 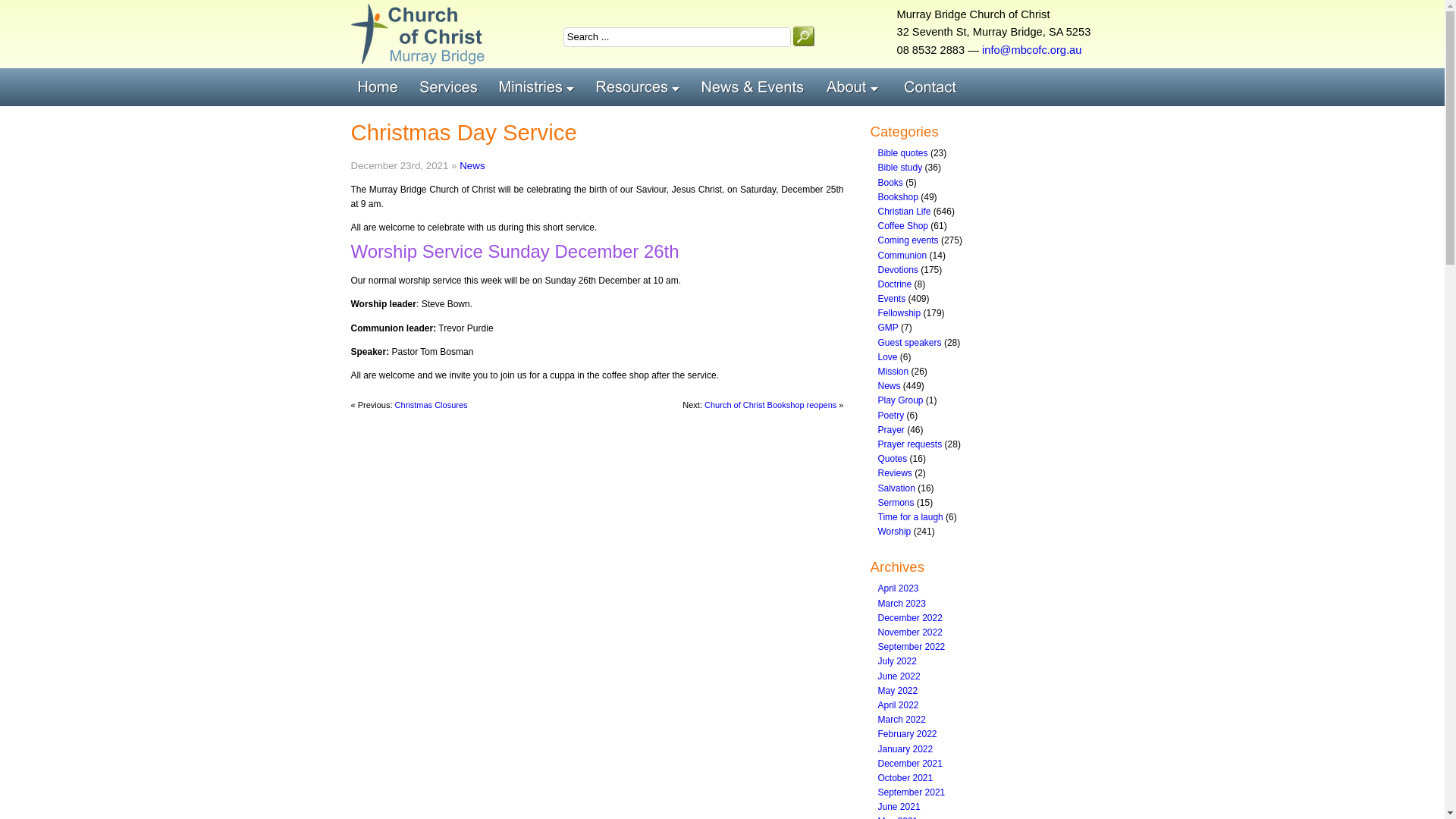 What do you see at coordinates (898, 268) in the screenshot?
I see `'Devotions'` at bounding box center [898, 268].